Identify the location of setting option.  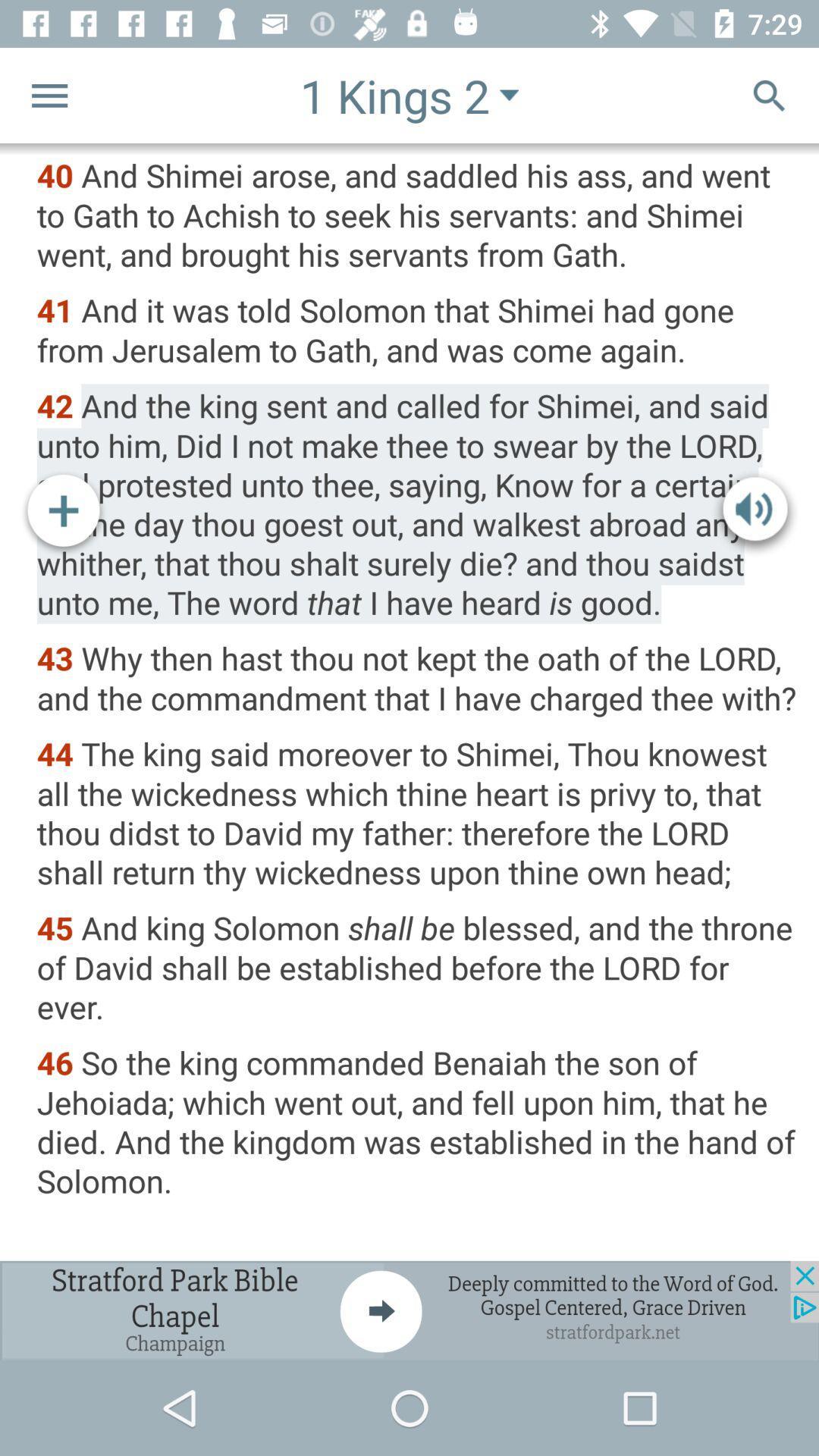
(49, 94).